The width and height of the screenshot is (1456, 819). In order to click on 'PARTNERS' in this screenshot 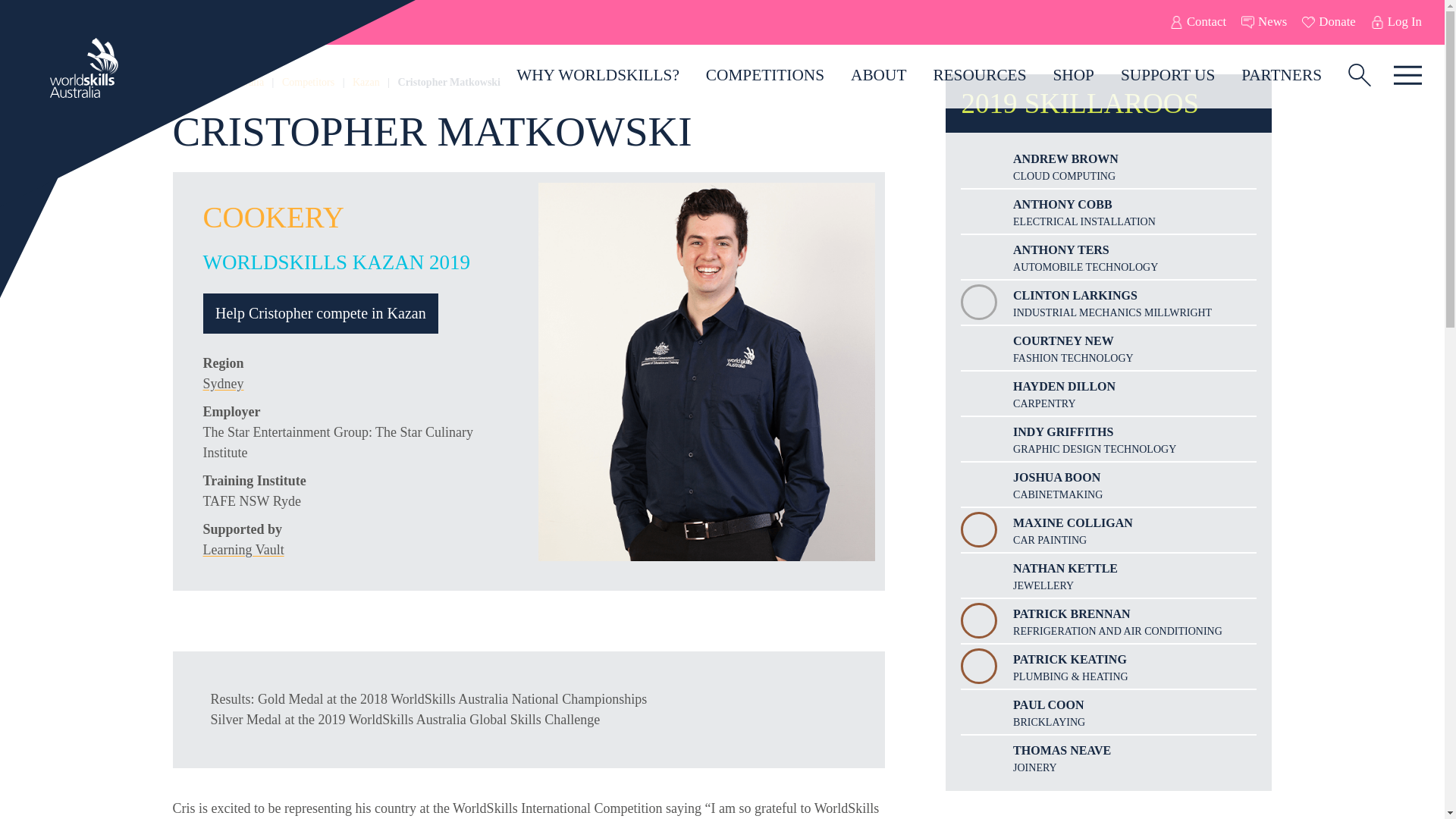, I will do `click(1281, 75)`.